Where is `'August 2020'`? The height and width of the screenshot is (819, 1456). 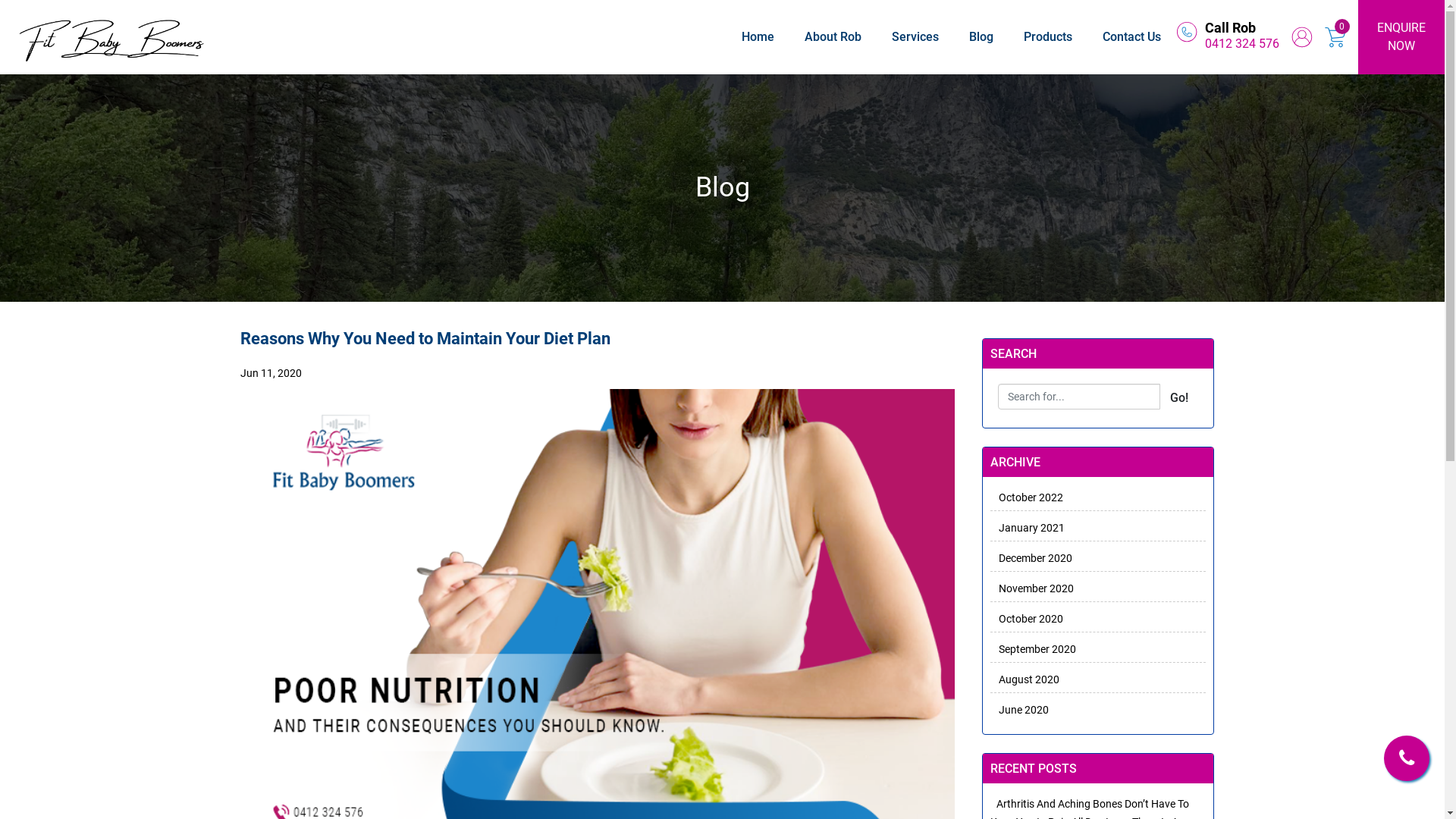
'August 2020' is located at coordinates (1025, 678).